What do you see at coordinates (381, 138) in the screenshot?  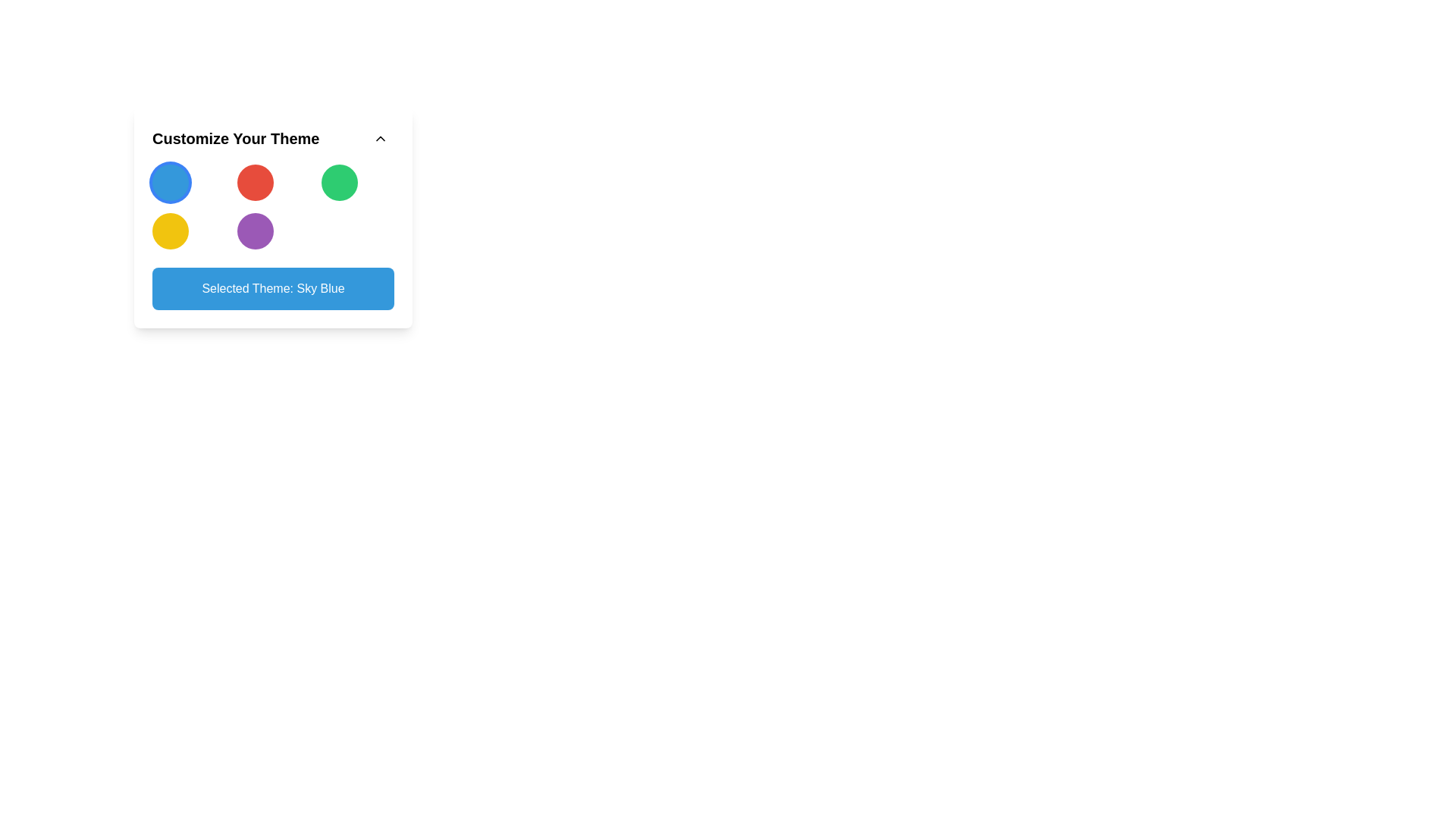 I see `the chevron-up icon` at bounding box center [381, 138].